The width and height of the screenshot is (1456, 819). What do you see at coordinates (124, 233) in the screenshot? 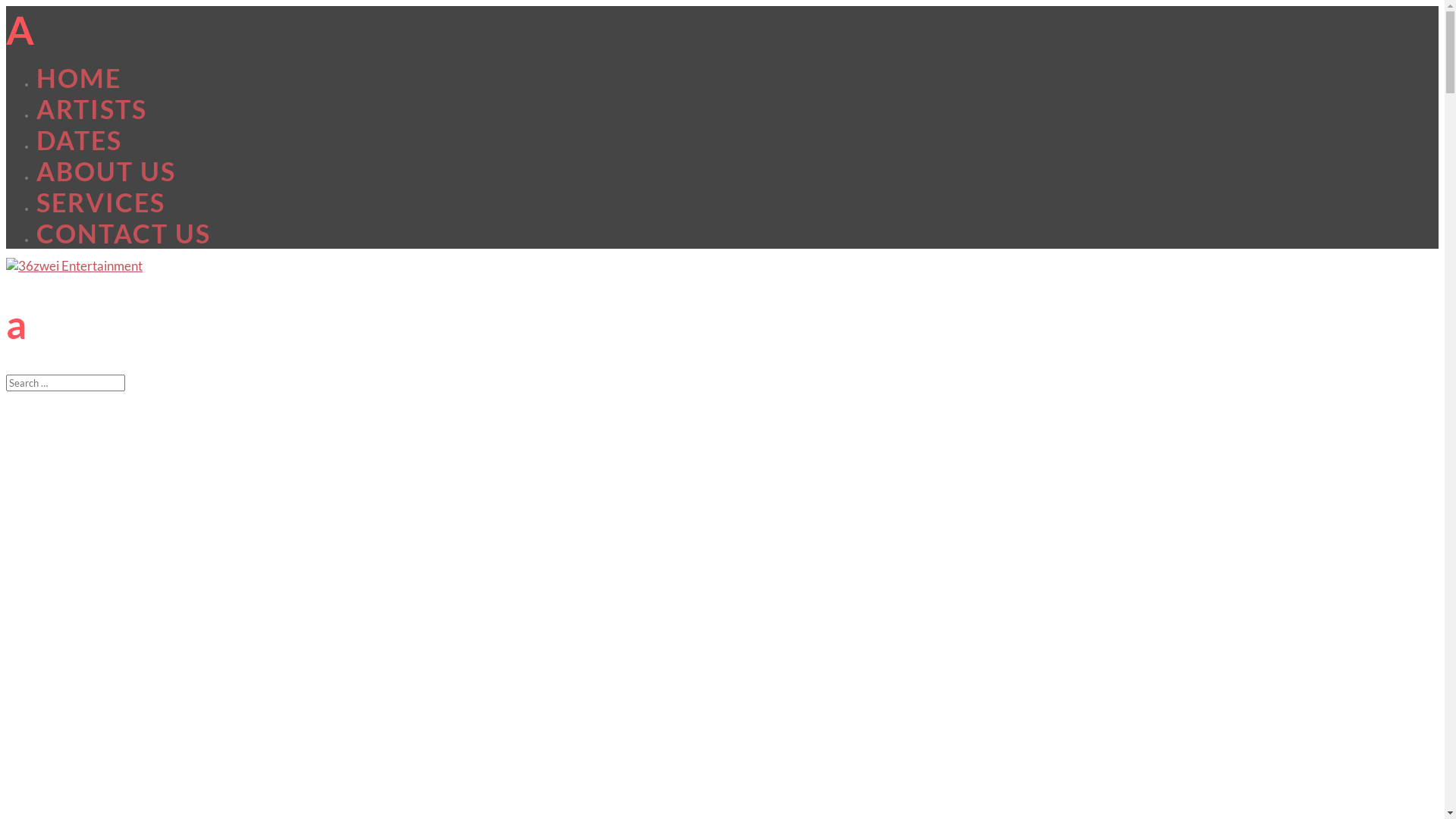
I see `'CONTACT US'` at bounding box center [124, 233].